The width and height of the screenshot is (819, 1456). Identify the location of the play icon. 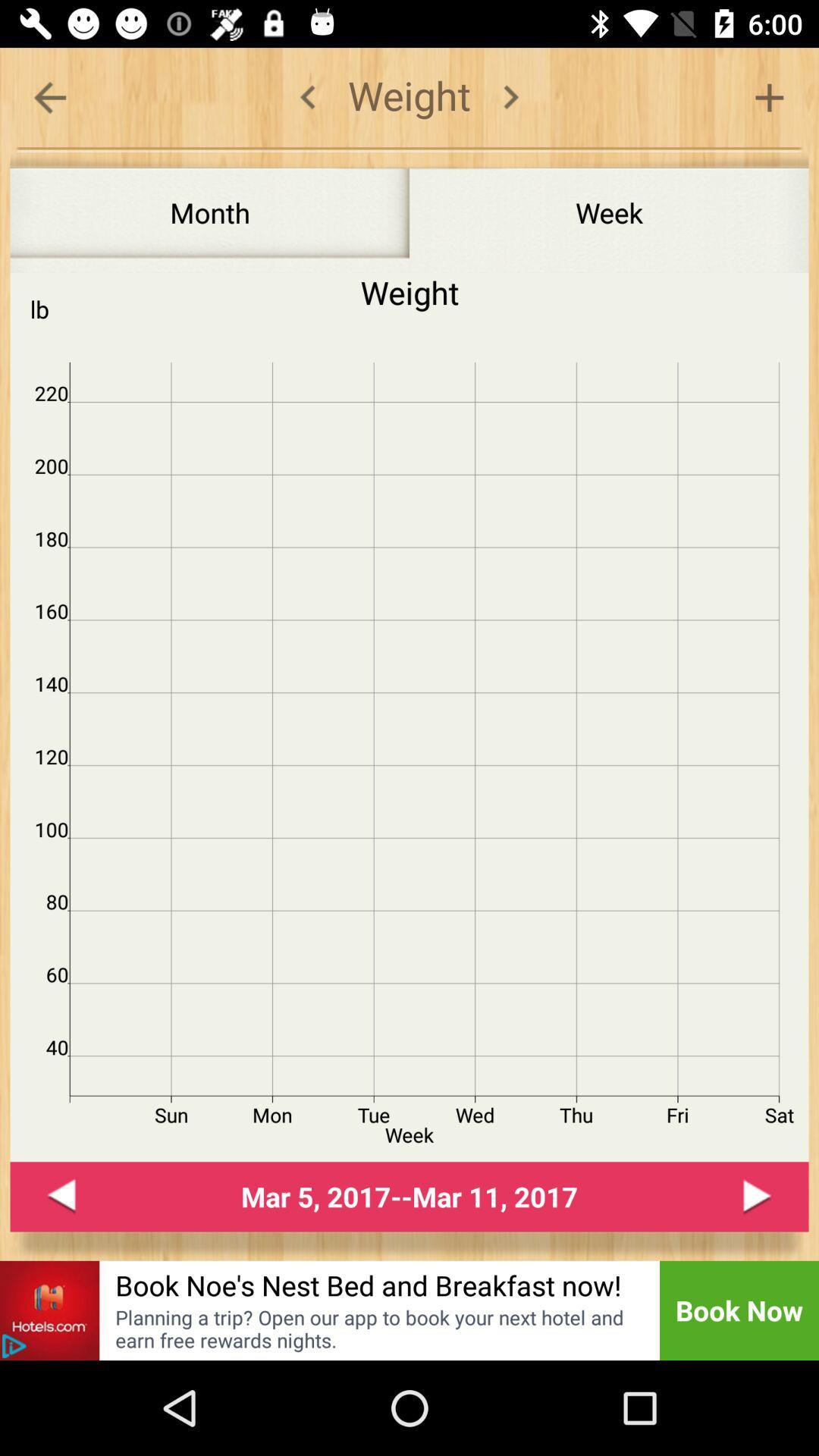
(758, 1196).